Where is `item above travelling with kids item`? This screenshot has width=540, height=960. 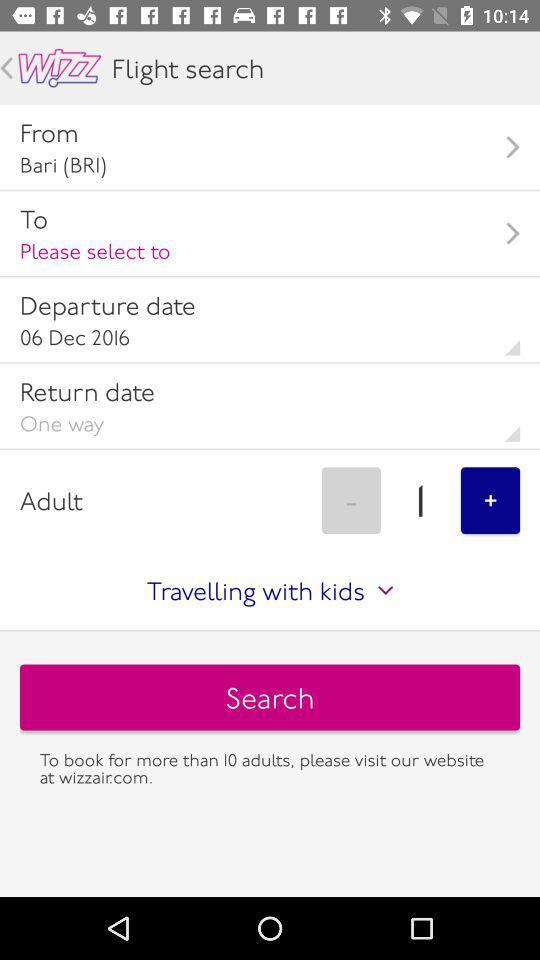 item above travelling with kids item is located at coordinates (350, 499).